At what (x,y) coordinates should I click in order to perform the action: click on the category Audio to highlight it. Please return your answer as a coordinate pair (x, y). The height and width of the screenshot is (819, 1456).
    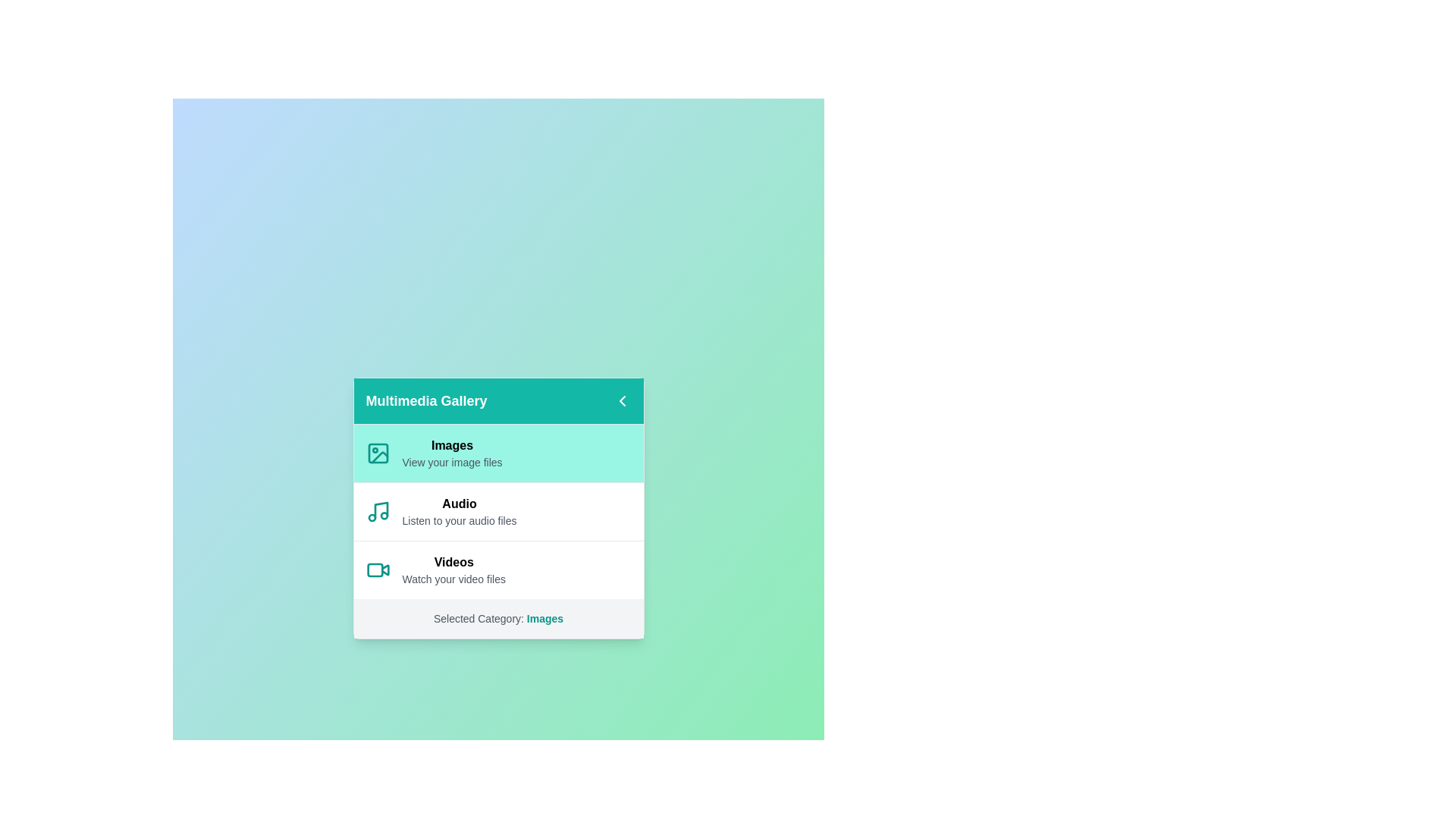
    Looking at the image, I should click on (498, 511).